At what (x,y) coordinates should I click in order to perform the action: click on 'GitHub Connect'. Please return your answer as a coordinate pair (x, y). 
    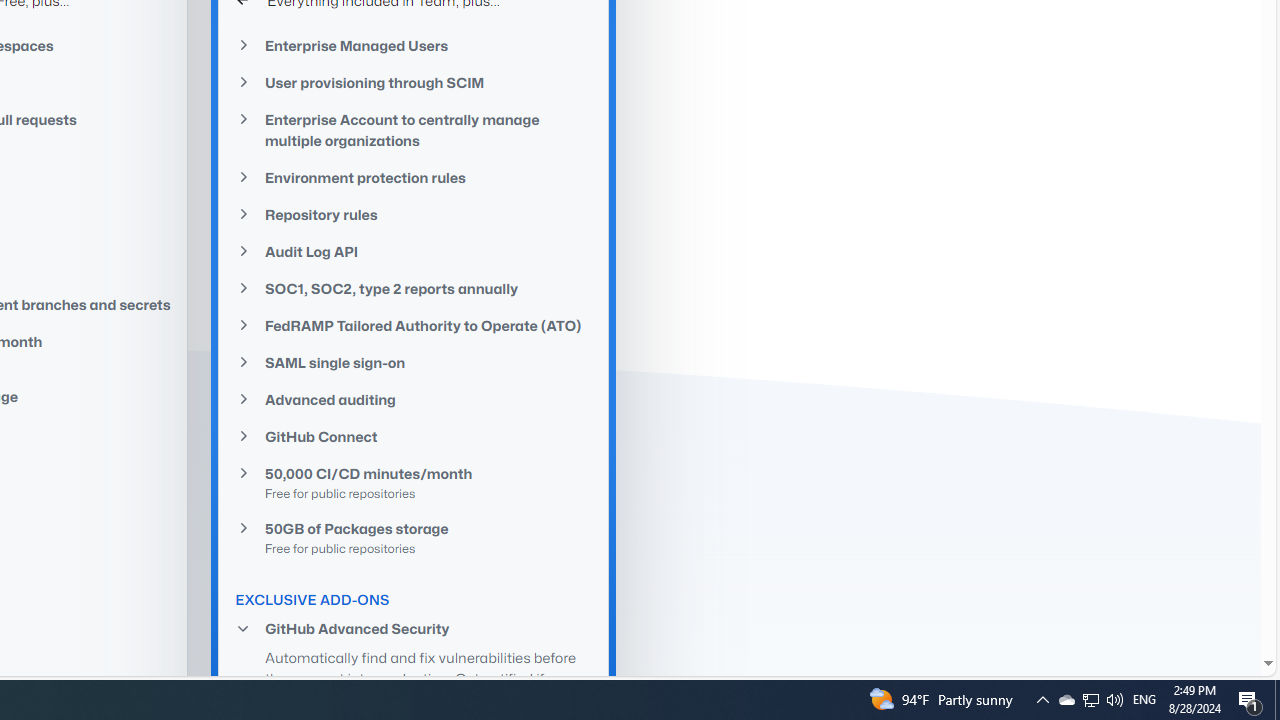
    Looking at the image, I should click on (413, 436).